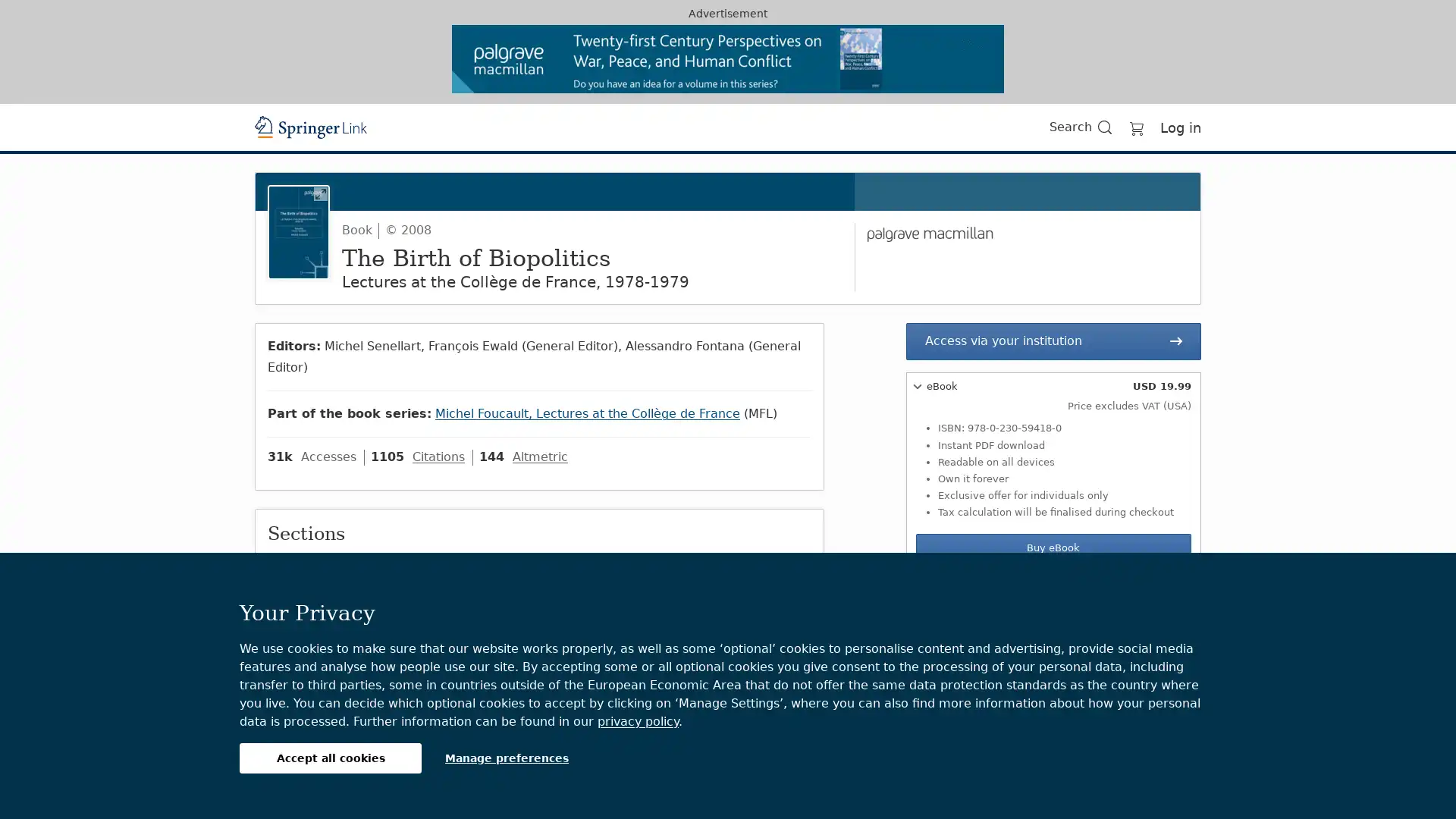 The image size is (1456, 819). I want to click on Manage preferences, so click(507, 758).